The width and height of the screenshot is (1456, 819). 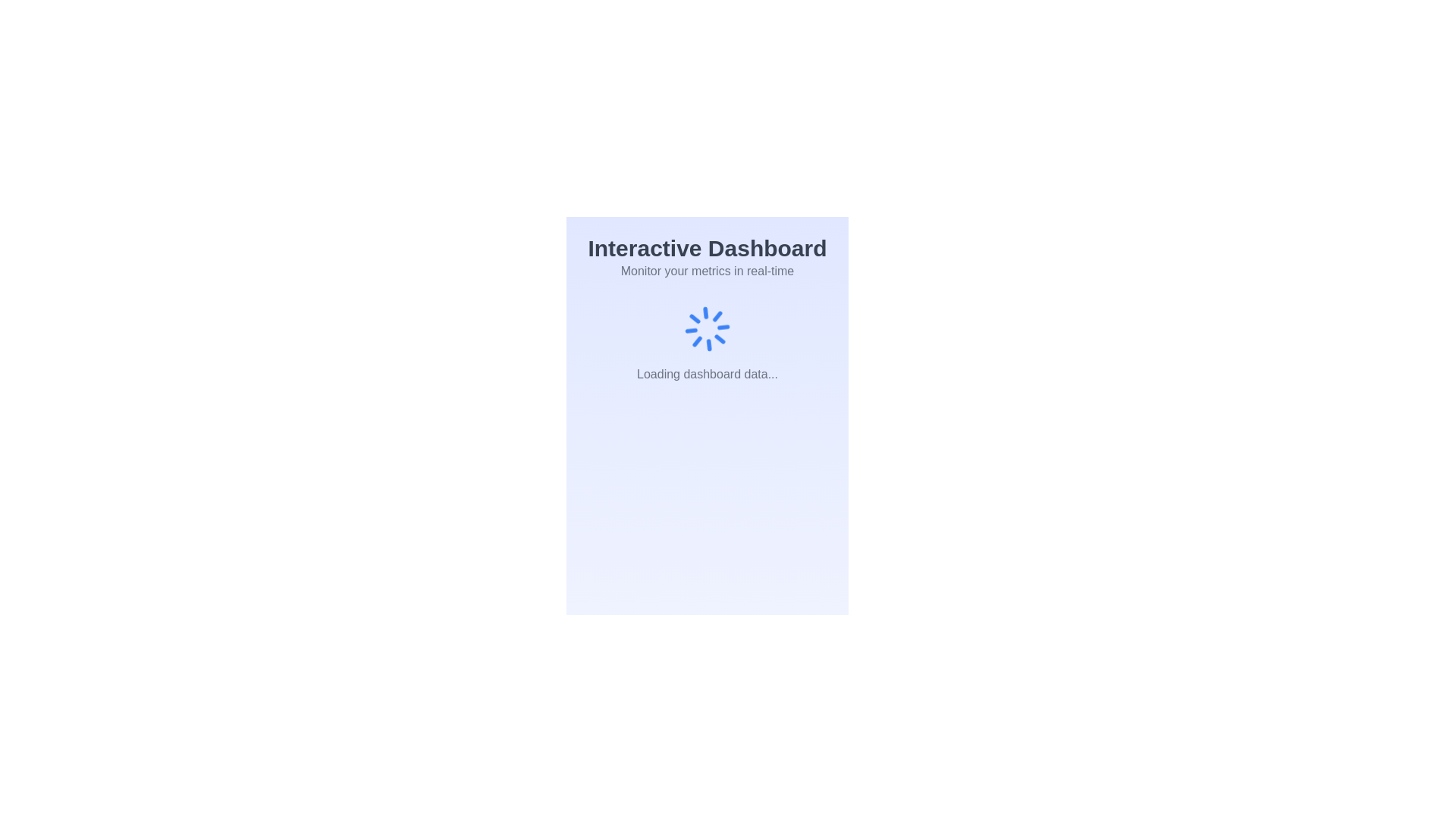 What do you see at coordinates (713, 344) in the screenshot?
I see `the top segment of the spinning loader, which visually indicates a loading state` at bounding box center [713, 344].